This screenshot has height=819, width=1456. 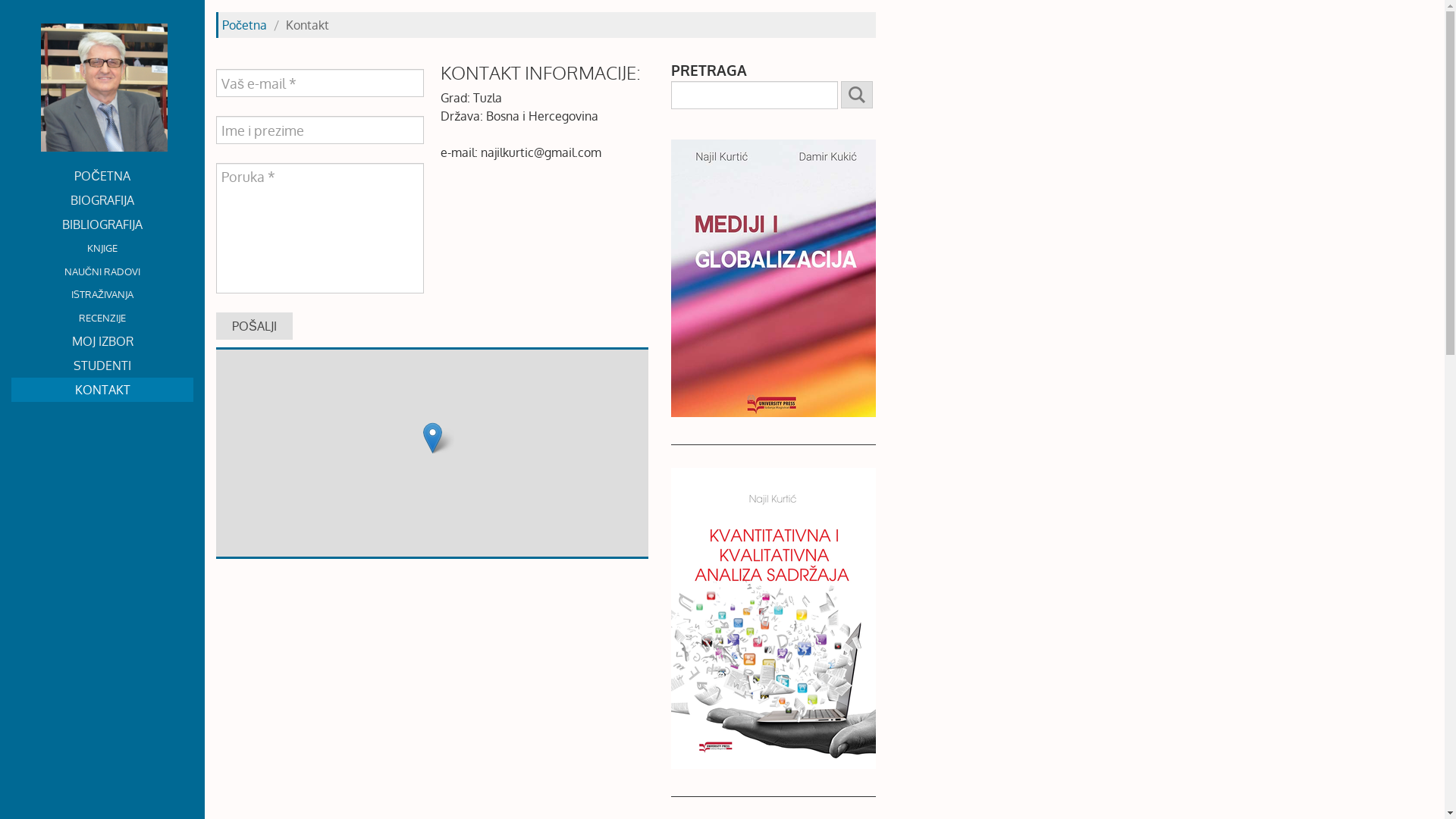 I want to click on 'STUDENTI', so click(x=101, y=366).